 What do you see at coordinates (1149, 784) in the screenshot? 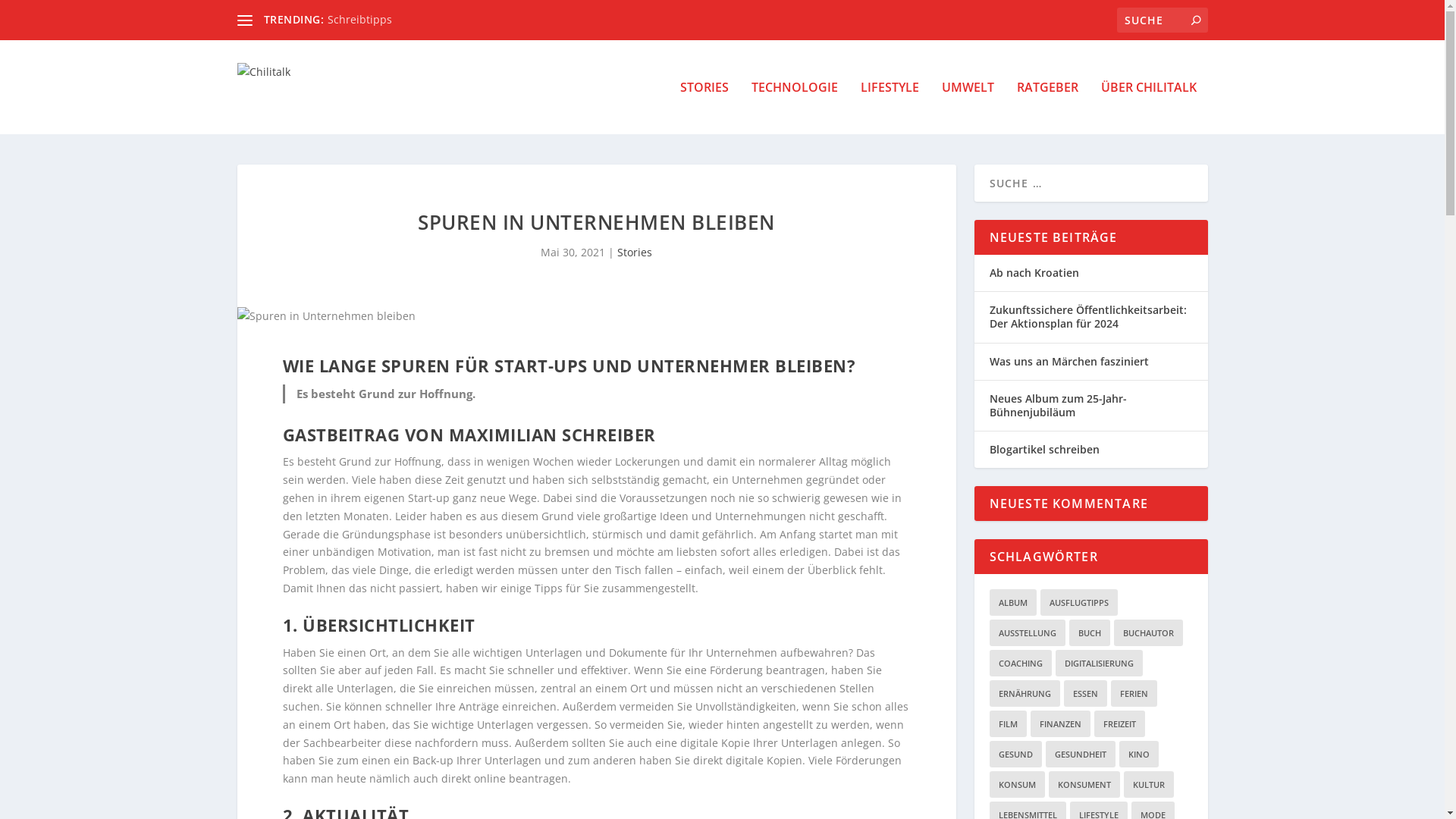
I see `'KULTUR'` at bounding box center [1149, 784].